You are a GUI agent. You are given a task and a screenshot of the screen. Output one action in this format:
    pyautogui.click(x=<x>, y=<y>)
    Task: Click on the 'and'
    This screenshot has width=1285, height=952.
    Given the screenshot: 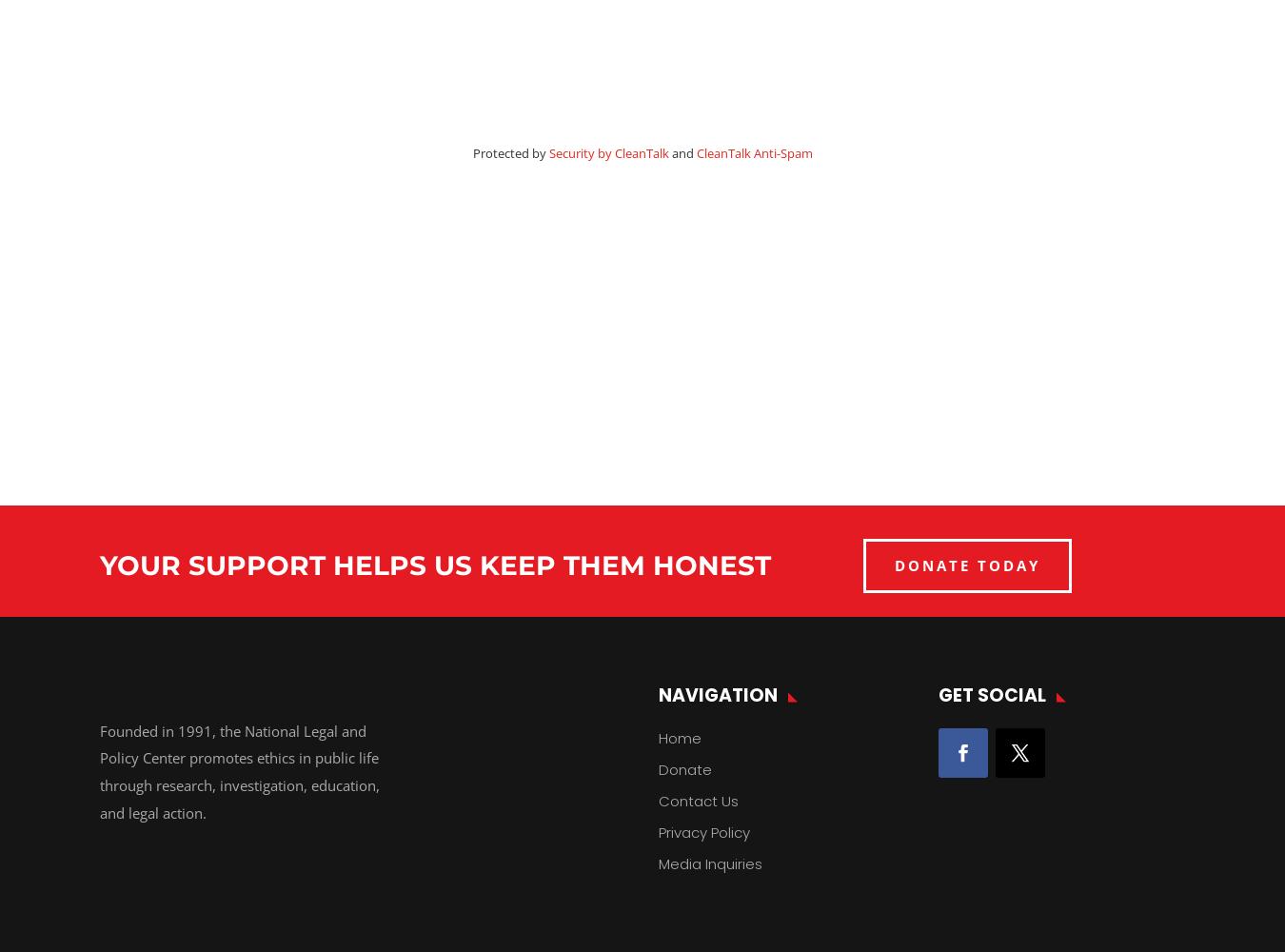 What is the action you would take?
    pyautogui.click(x=667, y=153)
    